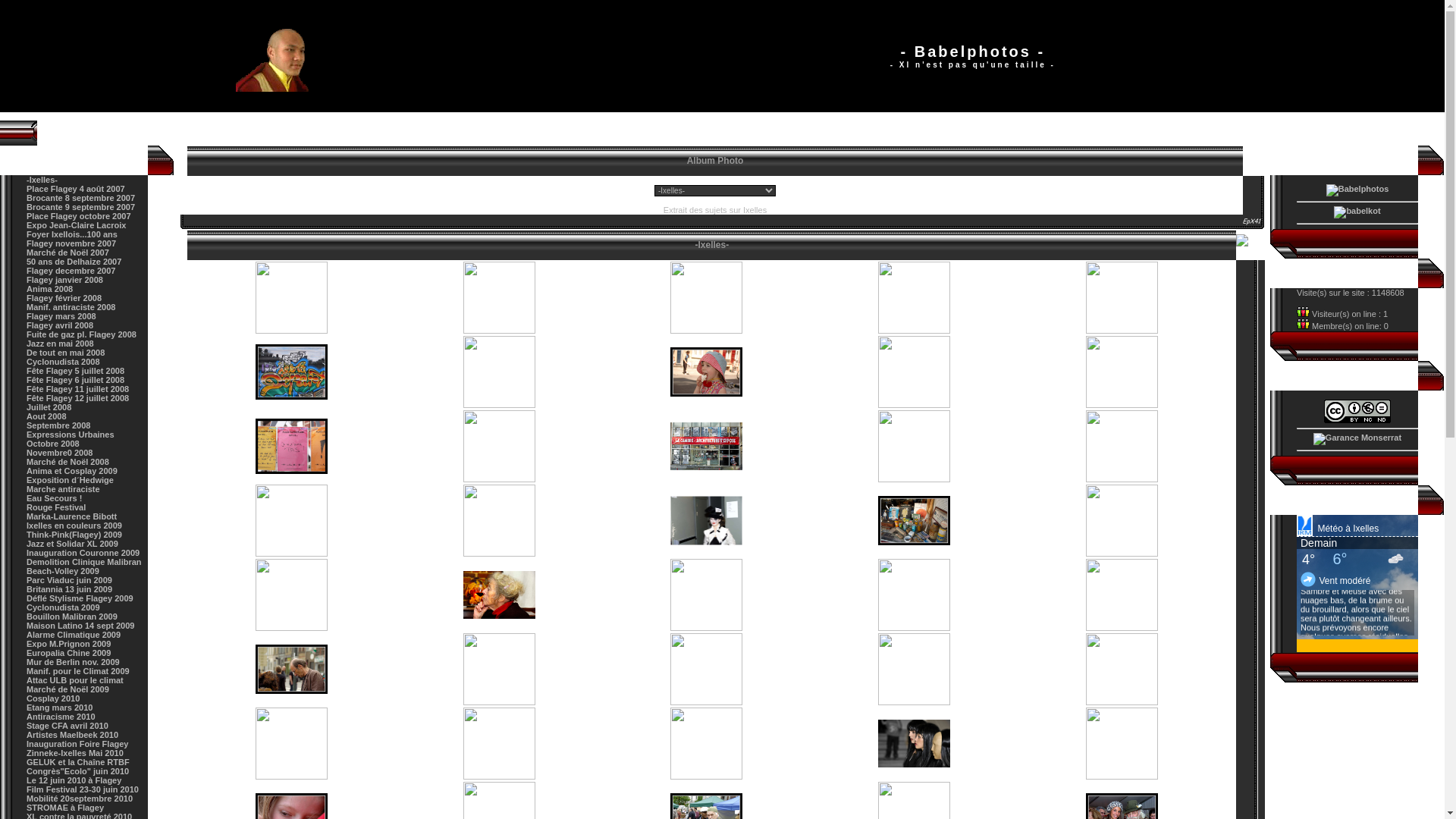 The width and height of the screenshot is (1456, 819). Describe the element at coordinates (26, 416) in the screenshot. I see `'Aout 2008'` at that location.